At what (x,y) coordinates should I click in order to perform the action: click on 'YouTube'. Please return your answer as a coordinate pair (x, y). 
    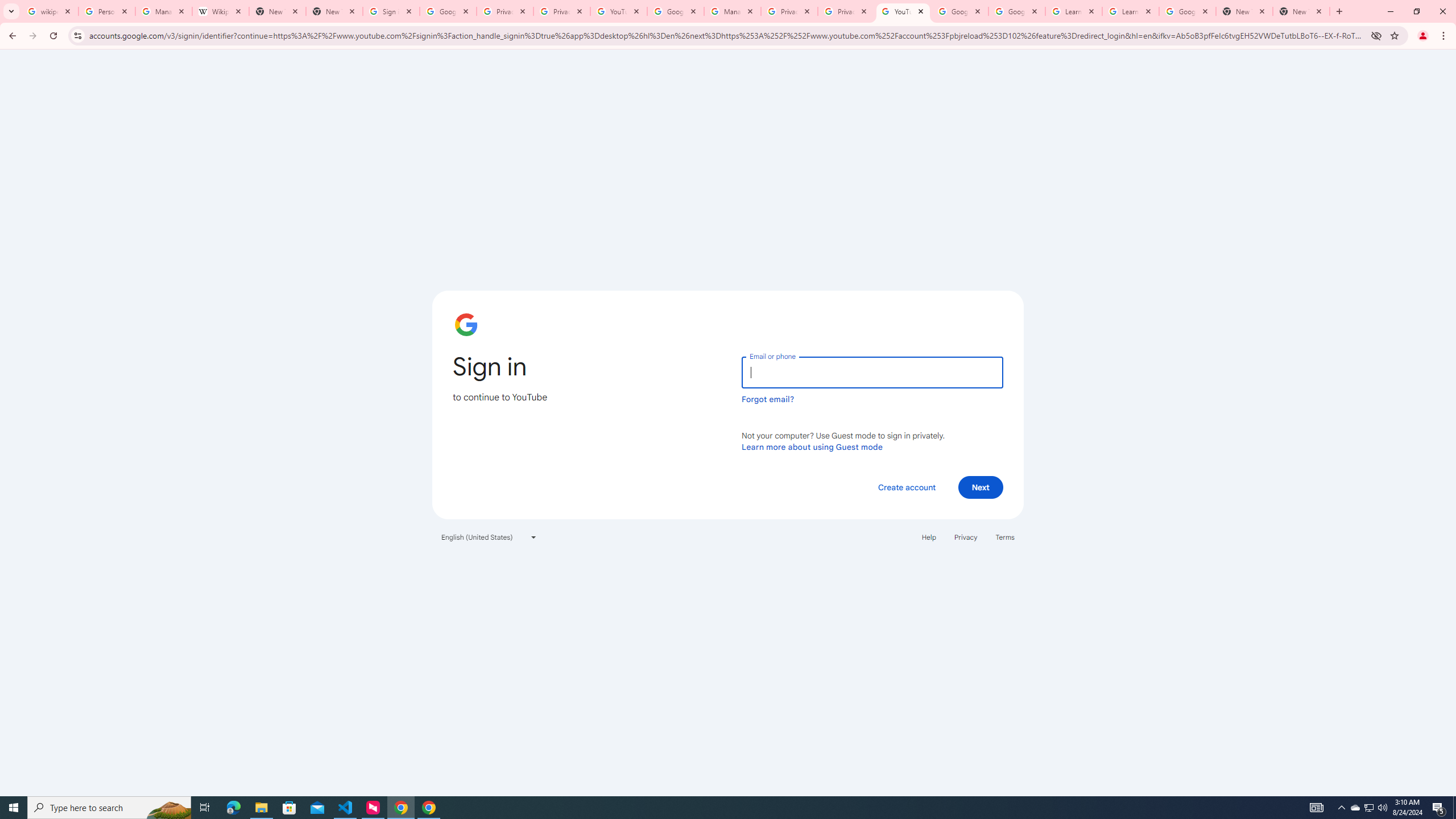
    Looking at the image, I should click on (619, 11).